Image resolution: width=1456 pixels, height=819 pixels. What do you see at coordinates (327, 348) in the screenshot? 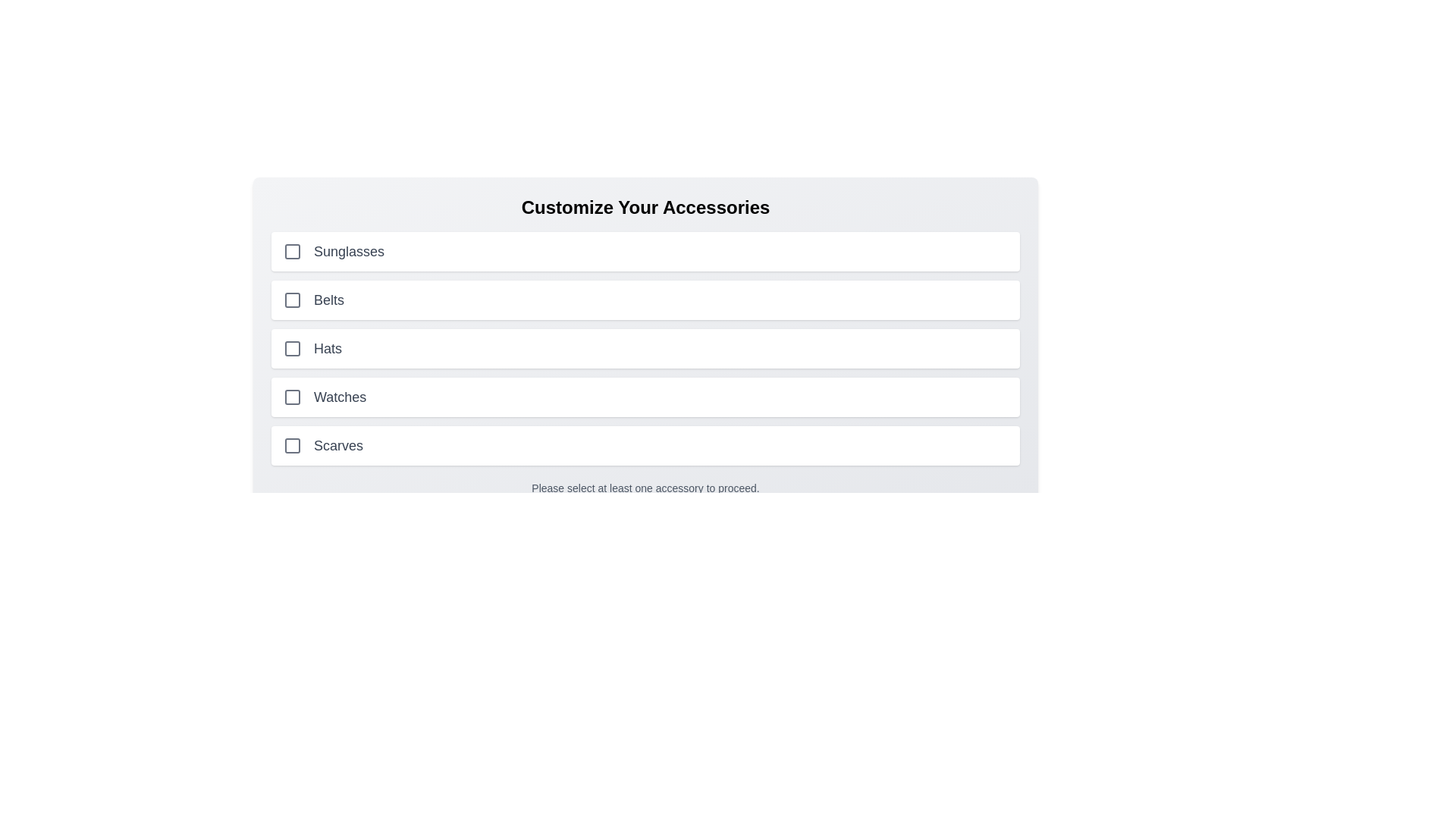
I see `the text label reading 'Hats'` at bounding box center [327, 348].